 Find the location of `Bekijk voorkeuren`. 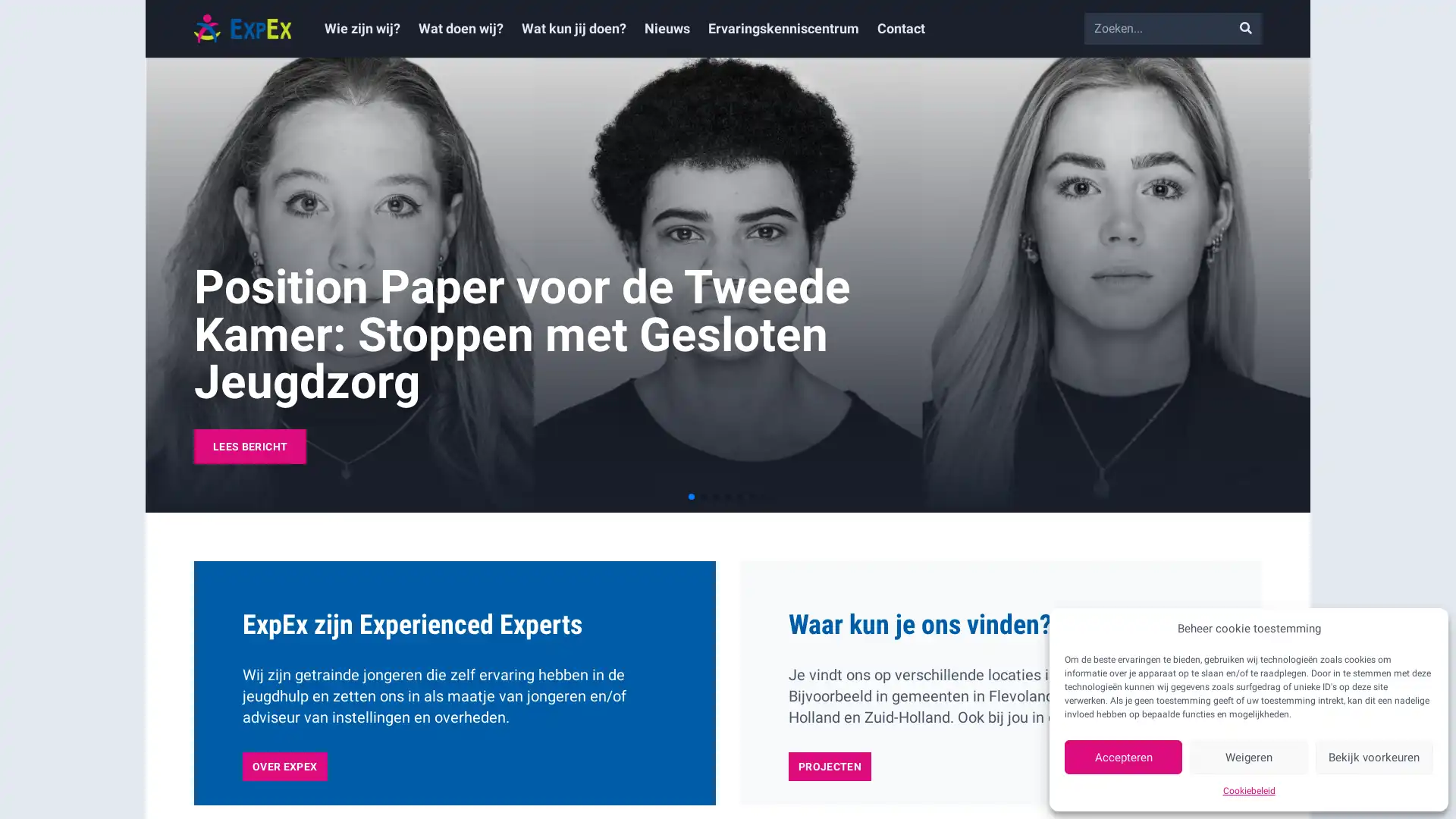

Bekijk voorkeuren is located at coordinates (1373, 757).